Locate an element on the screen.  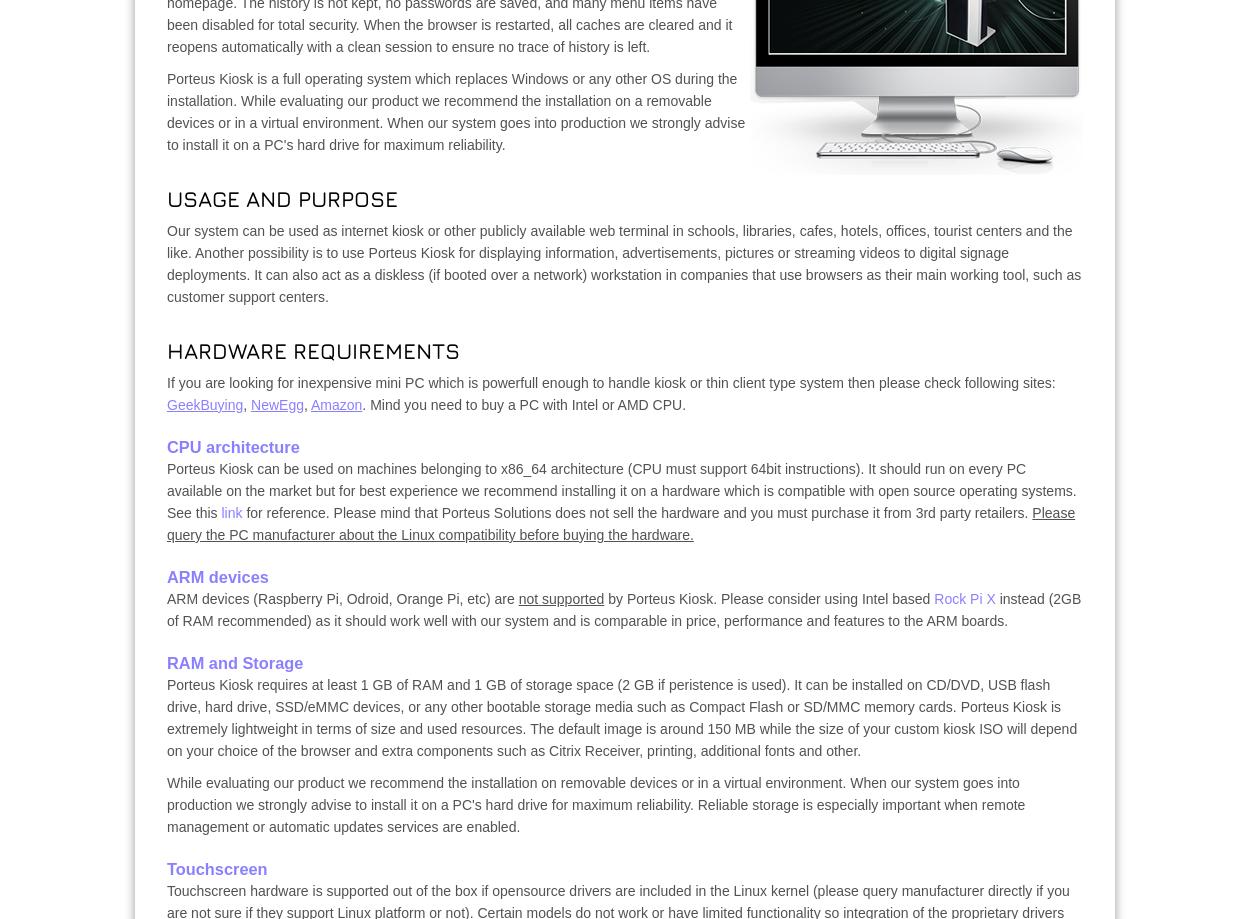
'link' is located at coordinates (230, 511).